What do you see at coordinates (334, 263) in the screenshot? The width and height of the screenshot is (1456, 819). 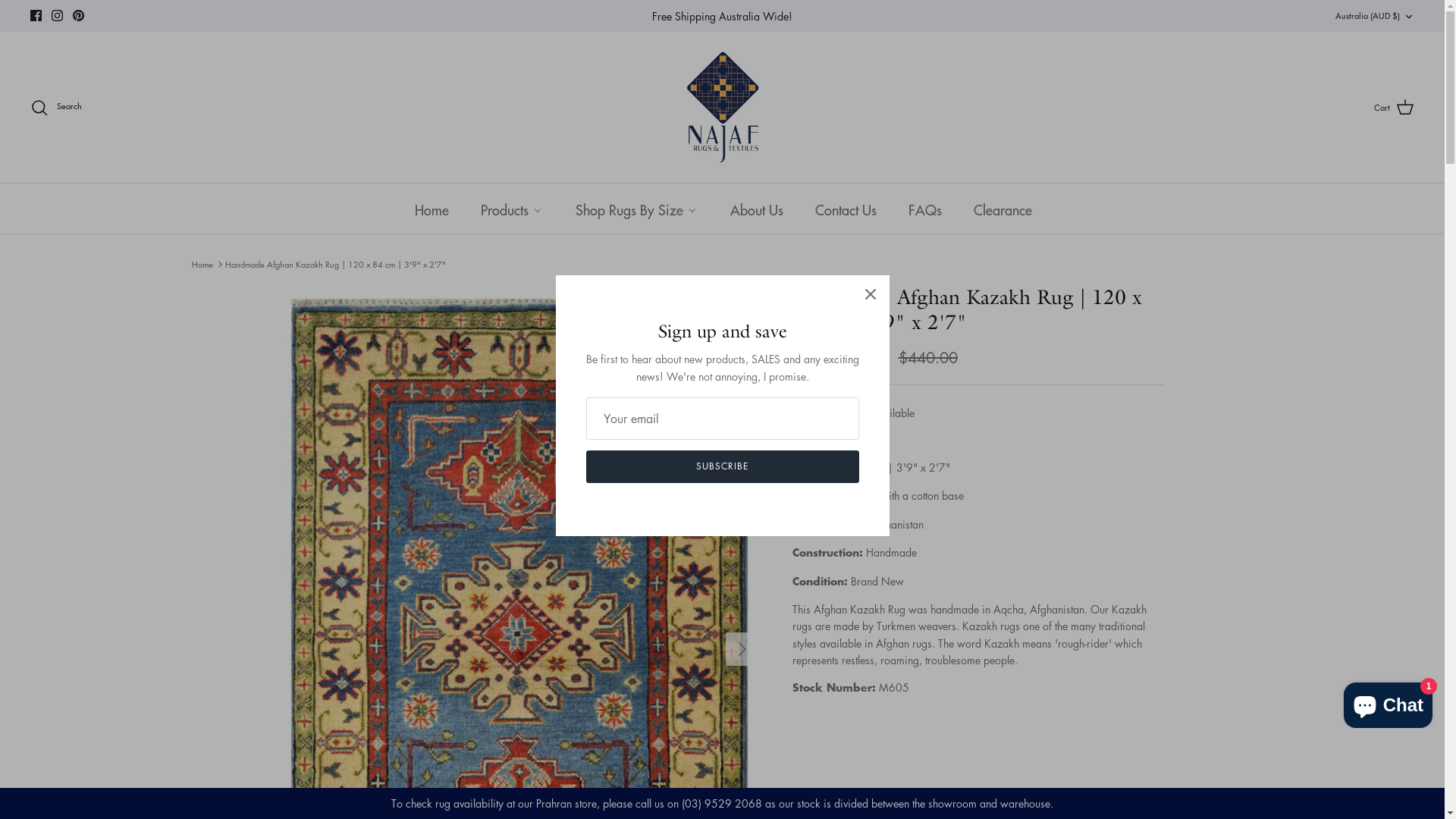 I see `'Handmade Afghan Kazakh Rug | 120 x 84 cm | 3'9" x 2'7"'` at bounding box center [334, 263].